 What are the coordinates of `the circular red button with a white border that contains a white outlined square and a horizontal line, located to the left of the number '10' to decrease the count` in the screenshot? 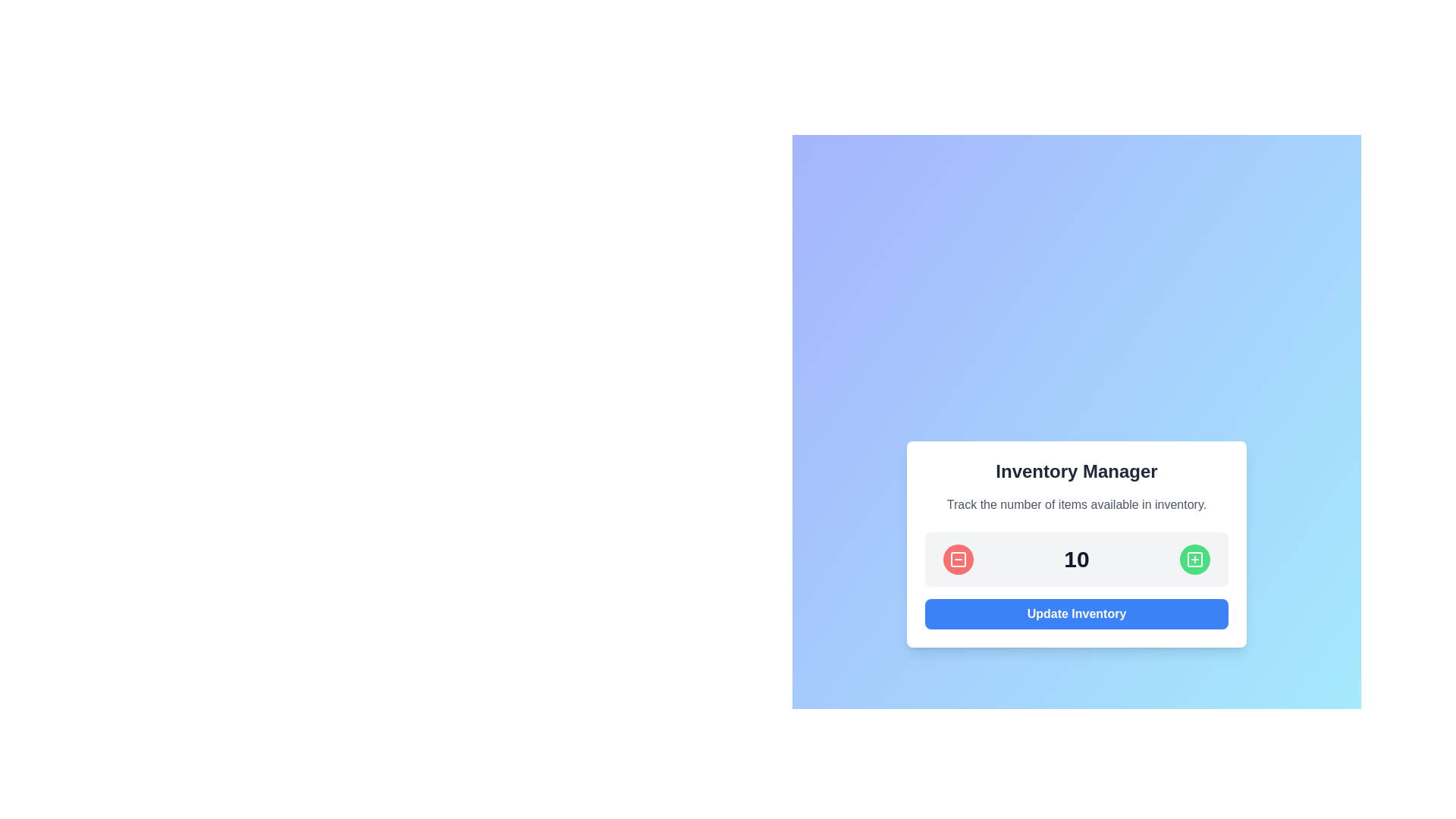 It's located at (957, 559).